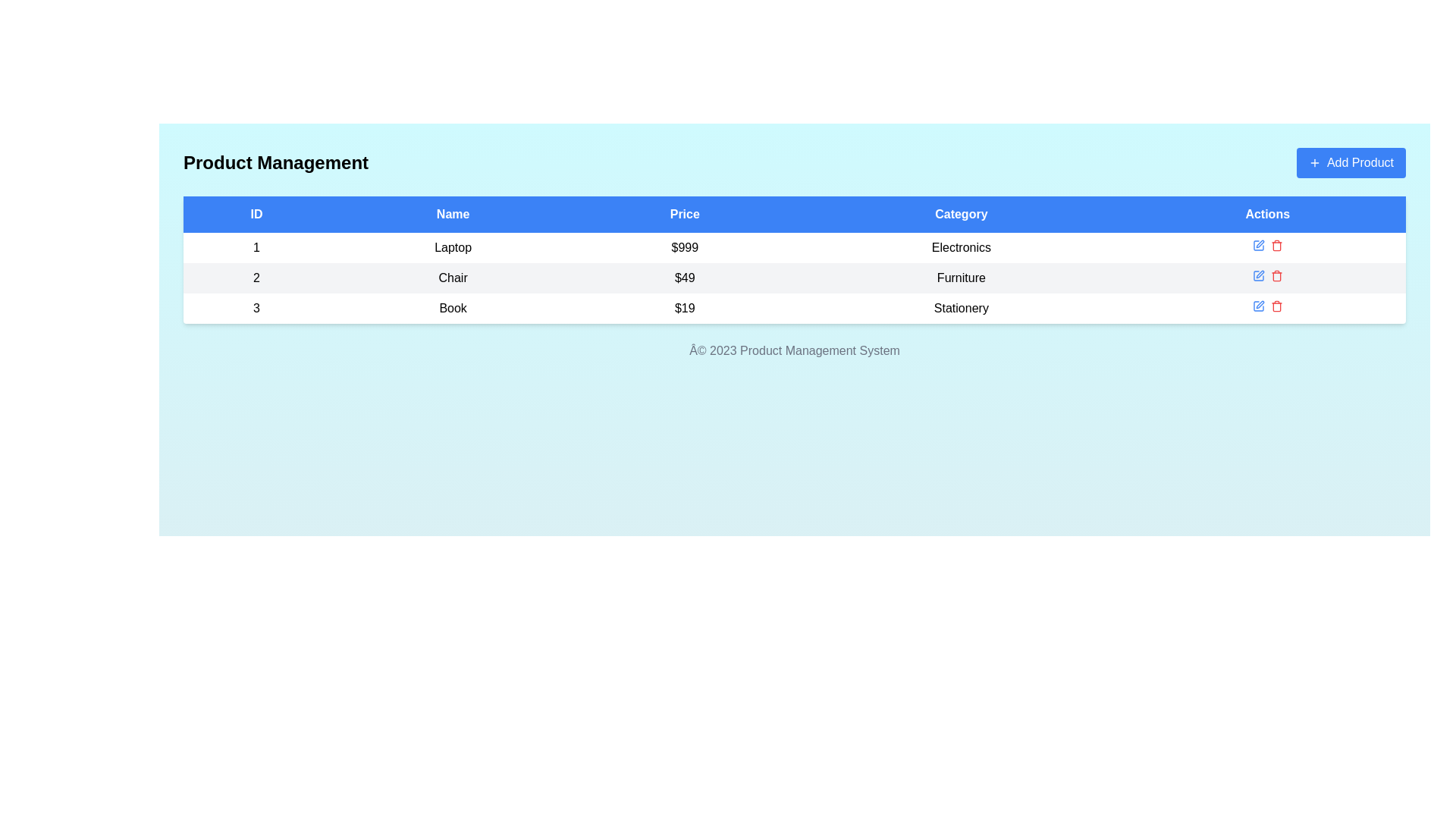  What do you see at coordinates (793, 247) in the screenshot?
I see `on the first row of the products table` at bounding box center [793, 247].